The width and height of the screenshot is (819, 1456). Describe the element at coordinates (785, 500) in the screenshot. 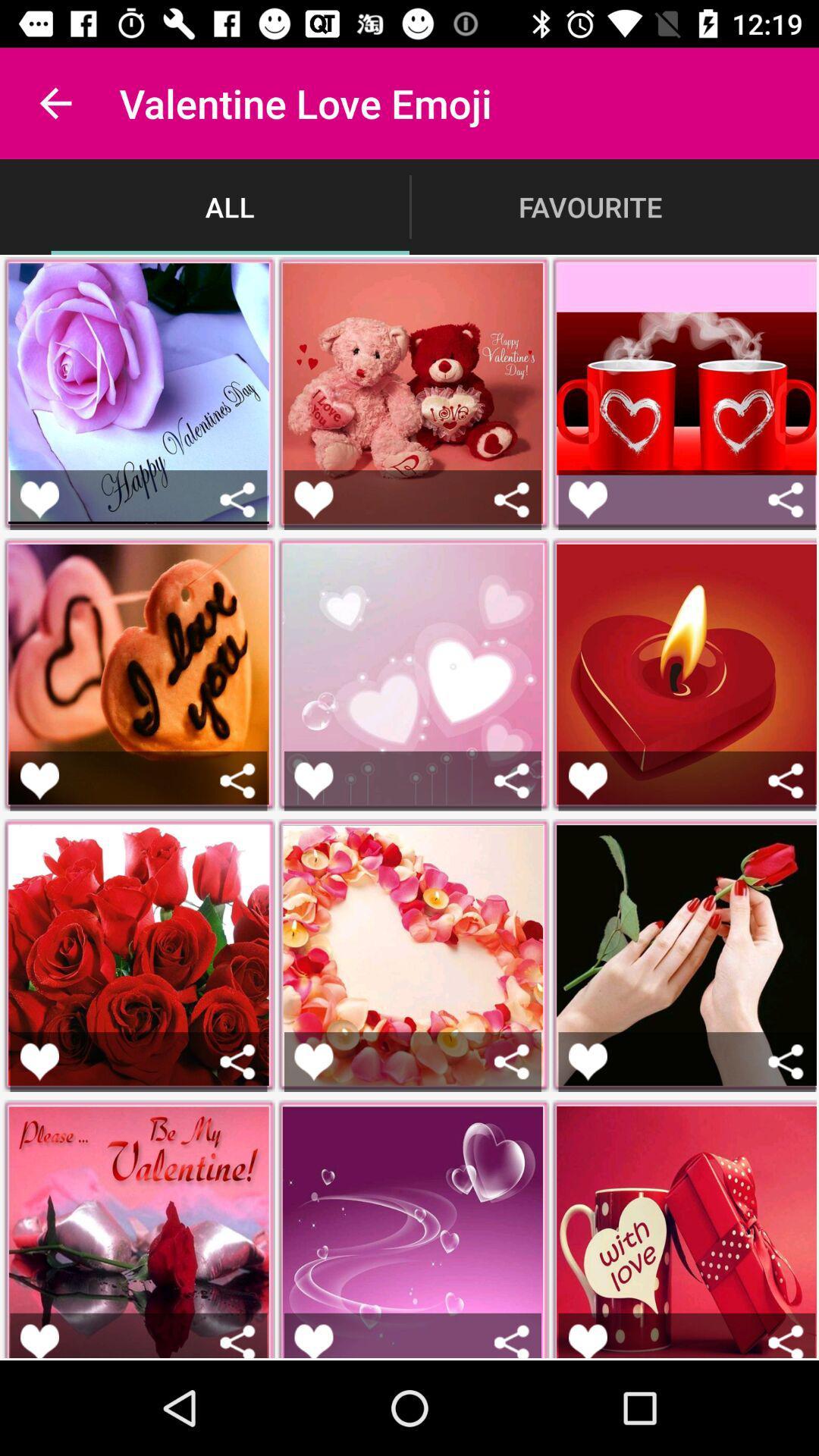

I see `sharing options` at that location.